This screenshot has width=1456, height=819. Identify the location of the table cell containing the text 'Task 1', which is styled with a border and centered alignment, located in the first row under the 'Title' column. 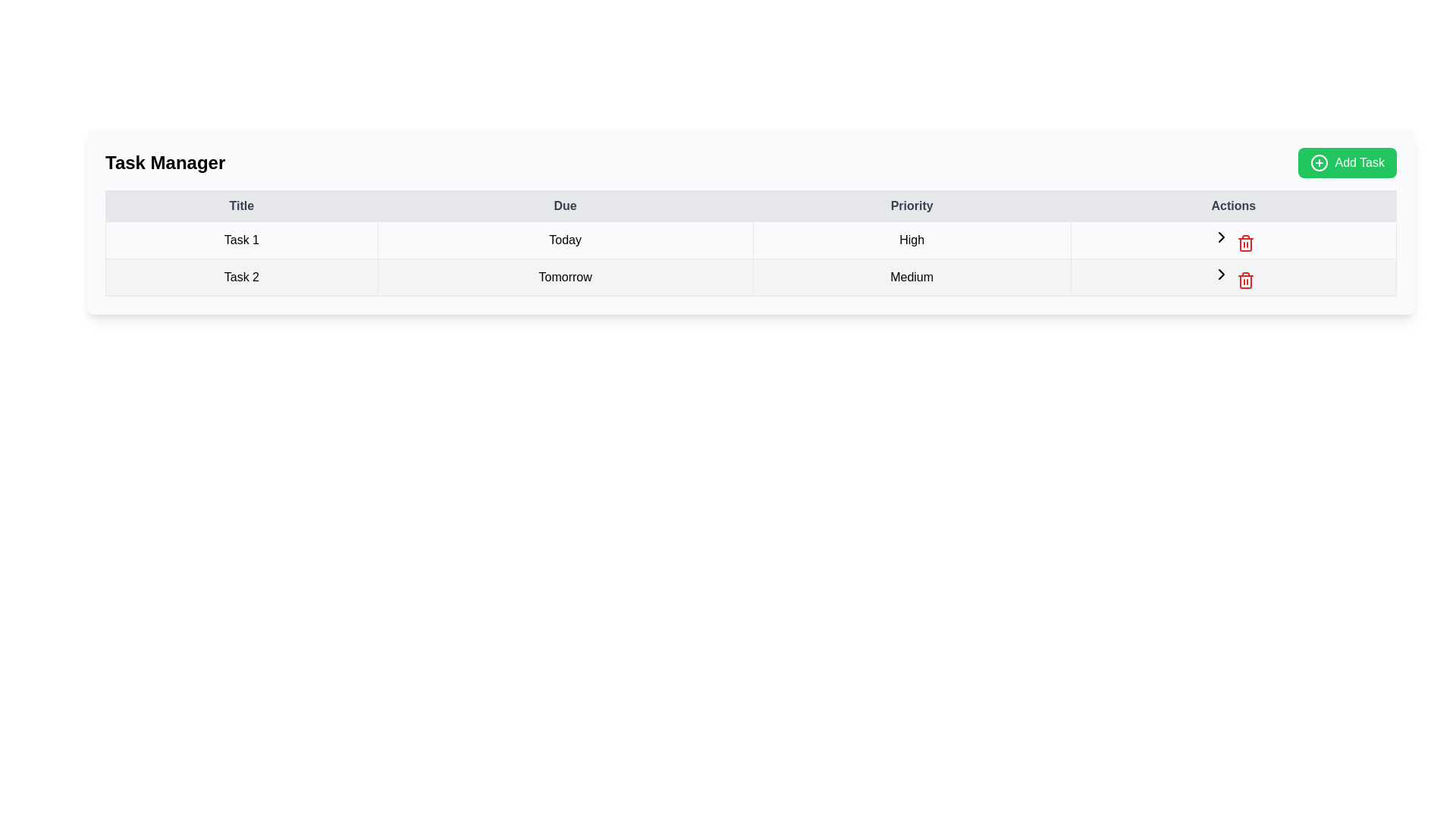
(240, 239).